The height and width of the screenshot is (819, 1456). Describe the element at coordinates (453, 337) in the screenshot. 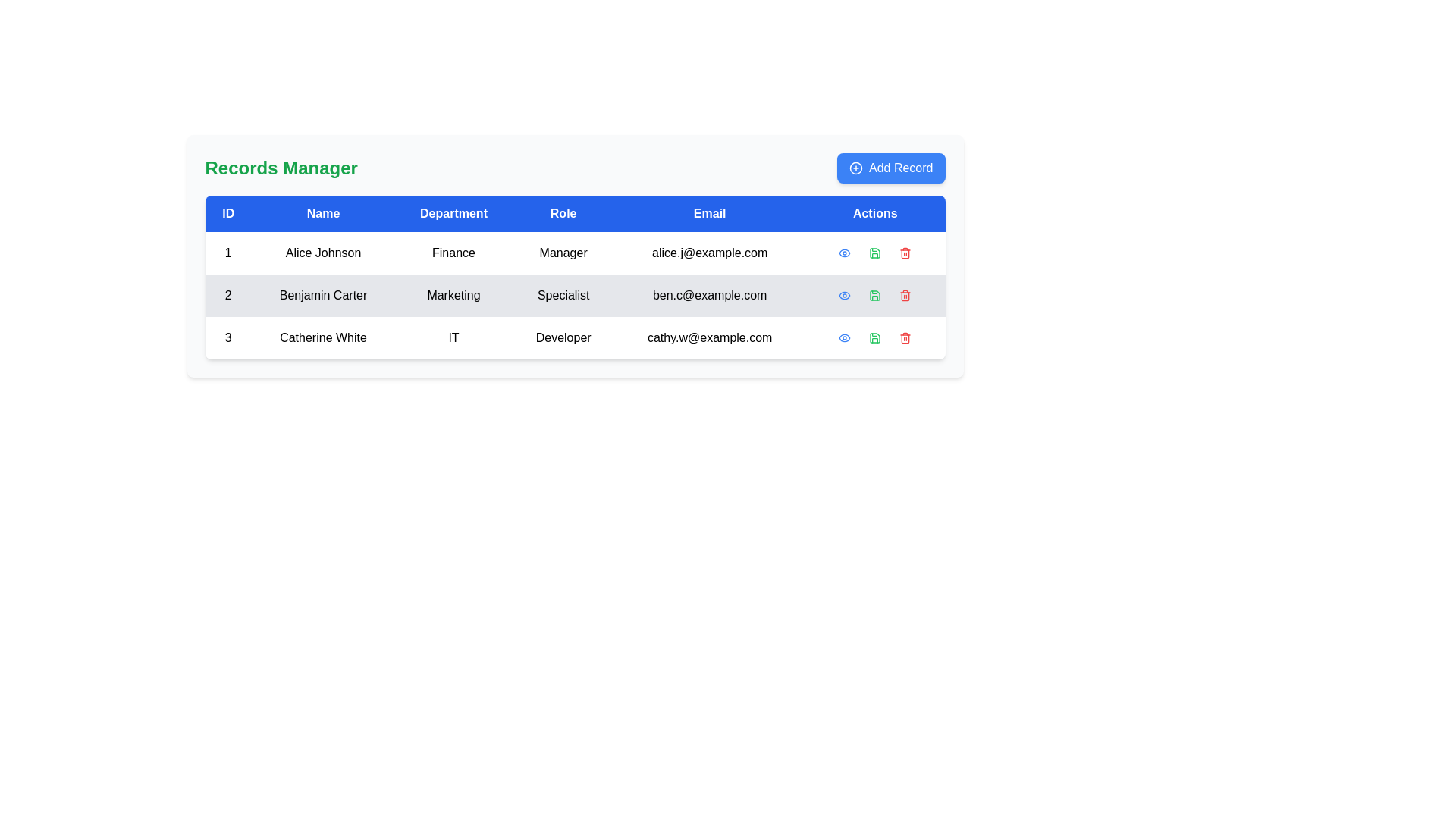

I see `the table cell containing the text 'IT', which is styled with 'px-4 py-3' and located in the third row and third column of the table, following 'Catherine White' and preceding 'Developer'` at that location.